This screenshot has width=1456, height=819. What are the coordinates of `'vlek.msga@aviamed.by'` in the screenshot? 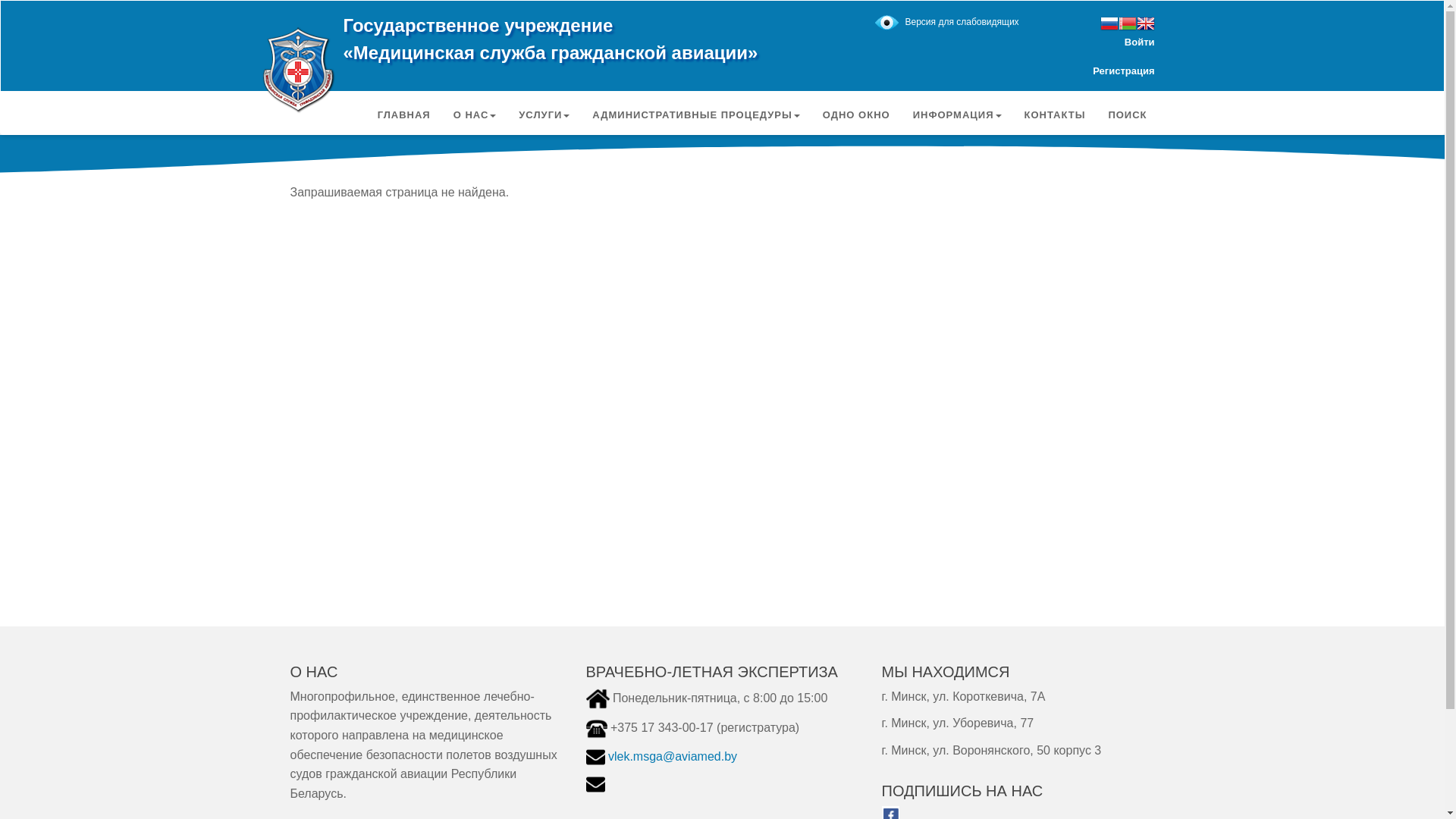 It's located at (607, 756).